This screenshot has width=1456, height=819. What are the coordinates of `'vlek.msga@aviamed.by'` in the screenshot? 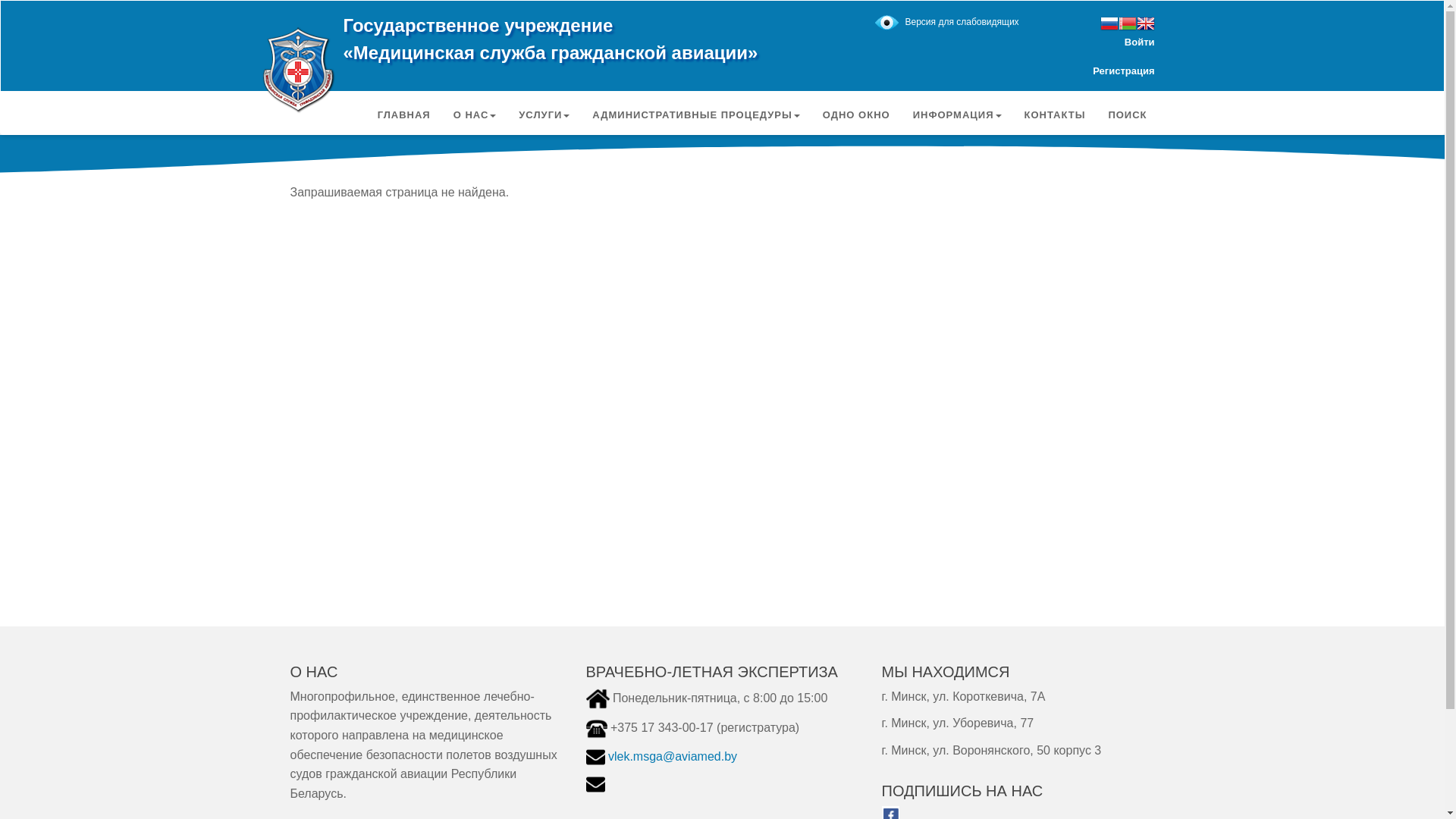 It's located at (607, 756).